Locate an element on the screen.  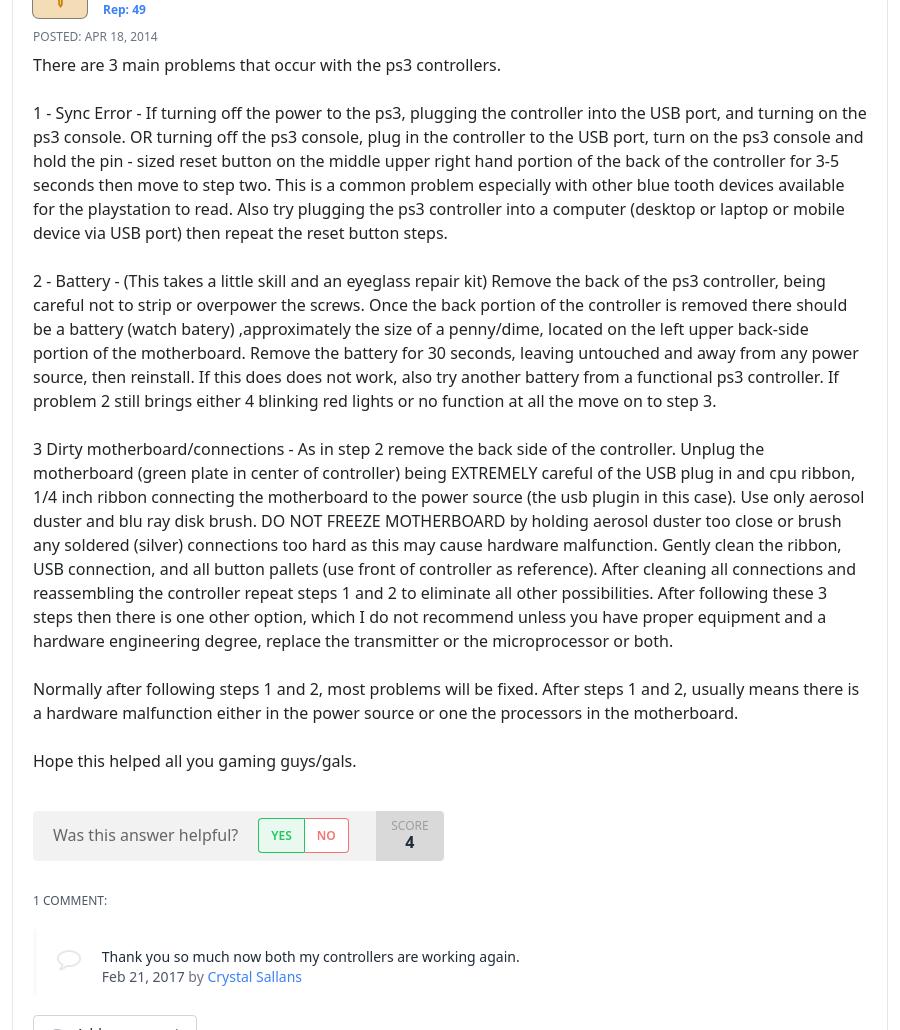
'2 - Battery -  (This takes a little skill and an eyeglass repair kit) Remove the back of the ps3 controller,  being careful not to strip or overpower the screws. Once the back portion of the controller is removed there should be a battery (watch batery) ,approximately the size of a penny/dime, located on the left upper back-side portion of the motherboard. Remove the battery for 30 seconds, leaving untouched and away from any power source, then reinstall.  If this does does not work, also try another battery from a functional ps3 controller. If problem 2 still brings either 4 blinking red lights or no function at all the move on to step 3.' is located at coordinates (32, 339).